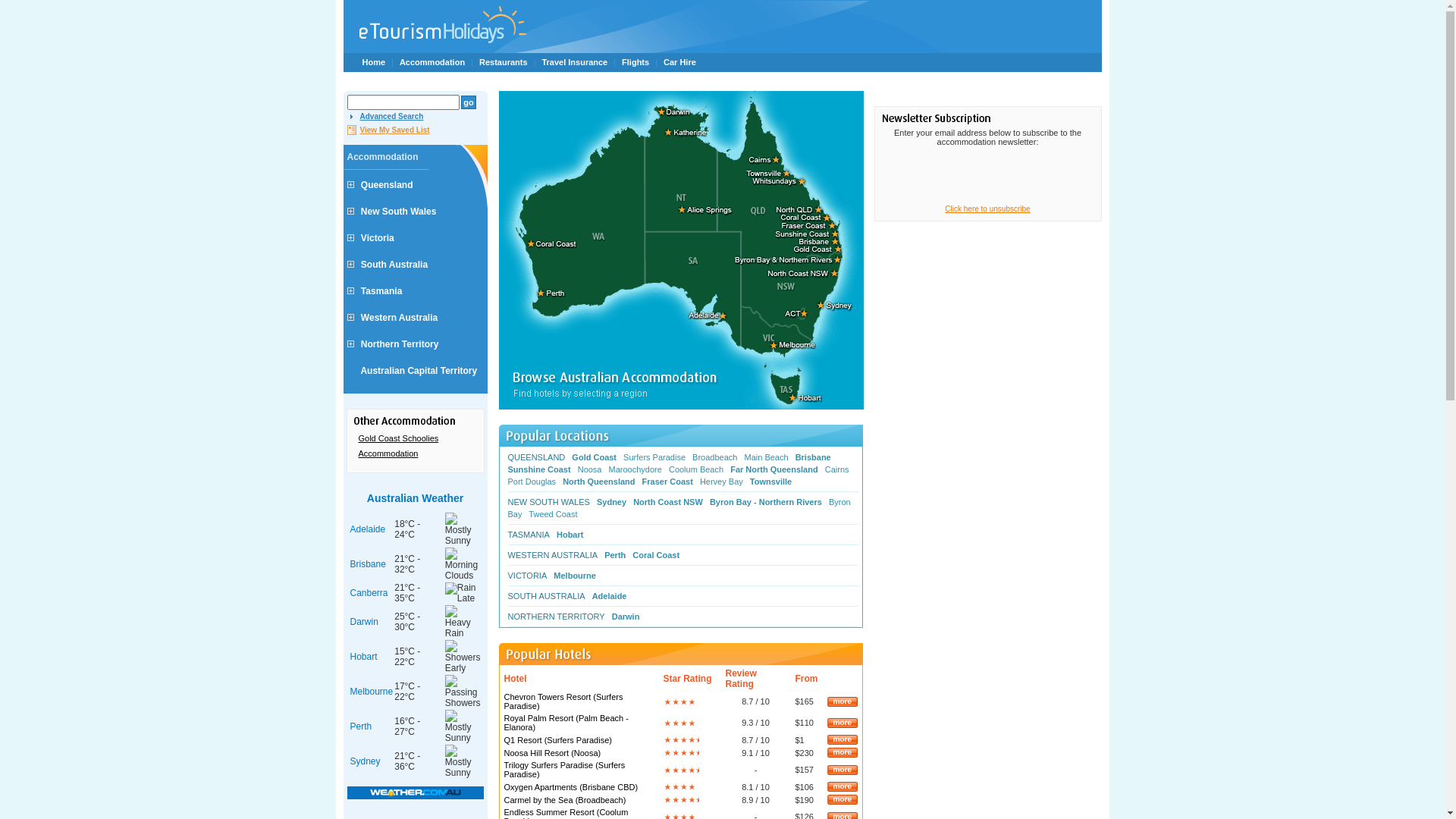 The image size is (1456, 819). I want to click on 'TASMANIA', so click(531, 534).